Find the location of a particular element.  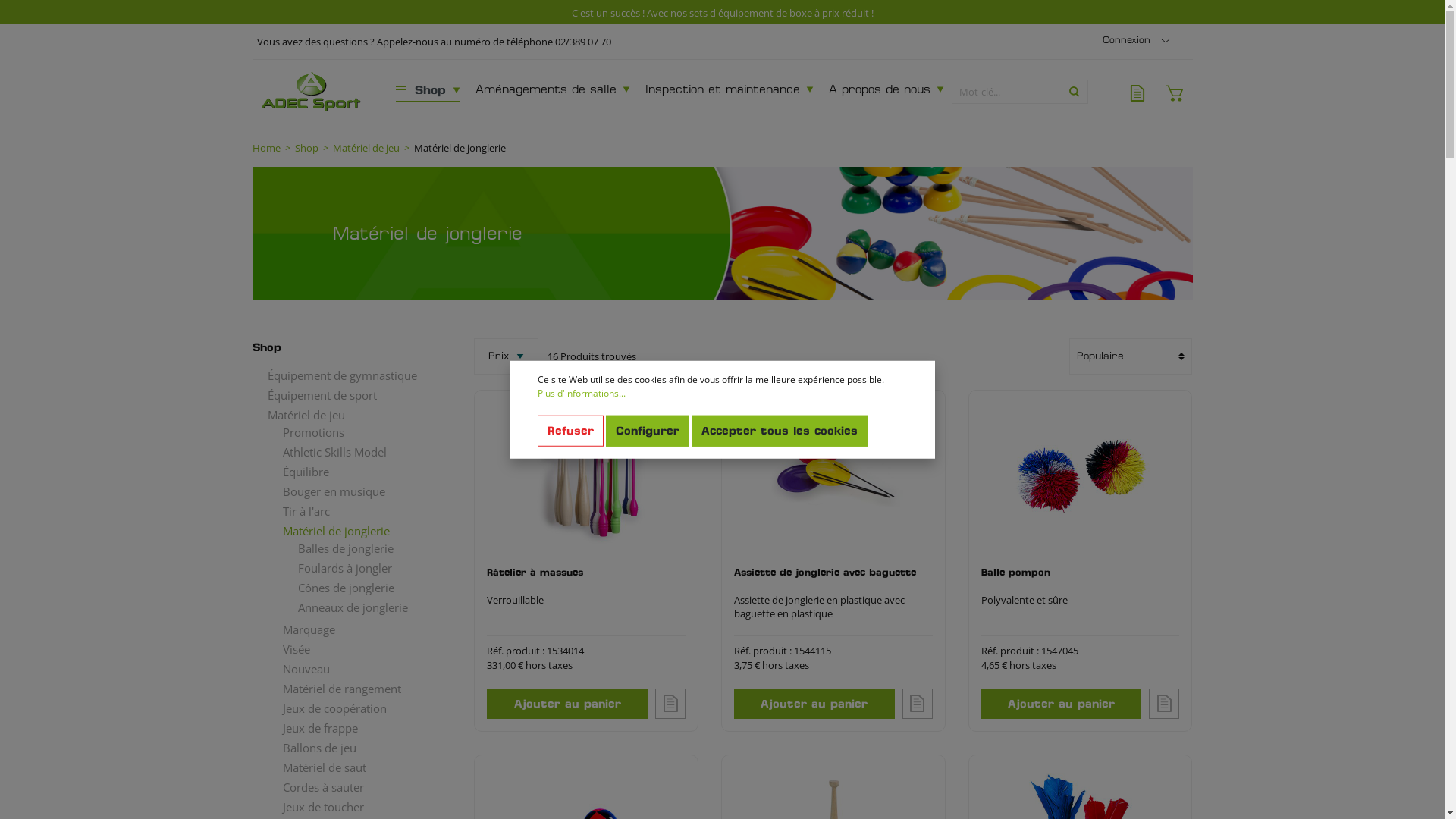

'Ajouter au panier' is located at coordinates (566, 704).